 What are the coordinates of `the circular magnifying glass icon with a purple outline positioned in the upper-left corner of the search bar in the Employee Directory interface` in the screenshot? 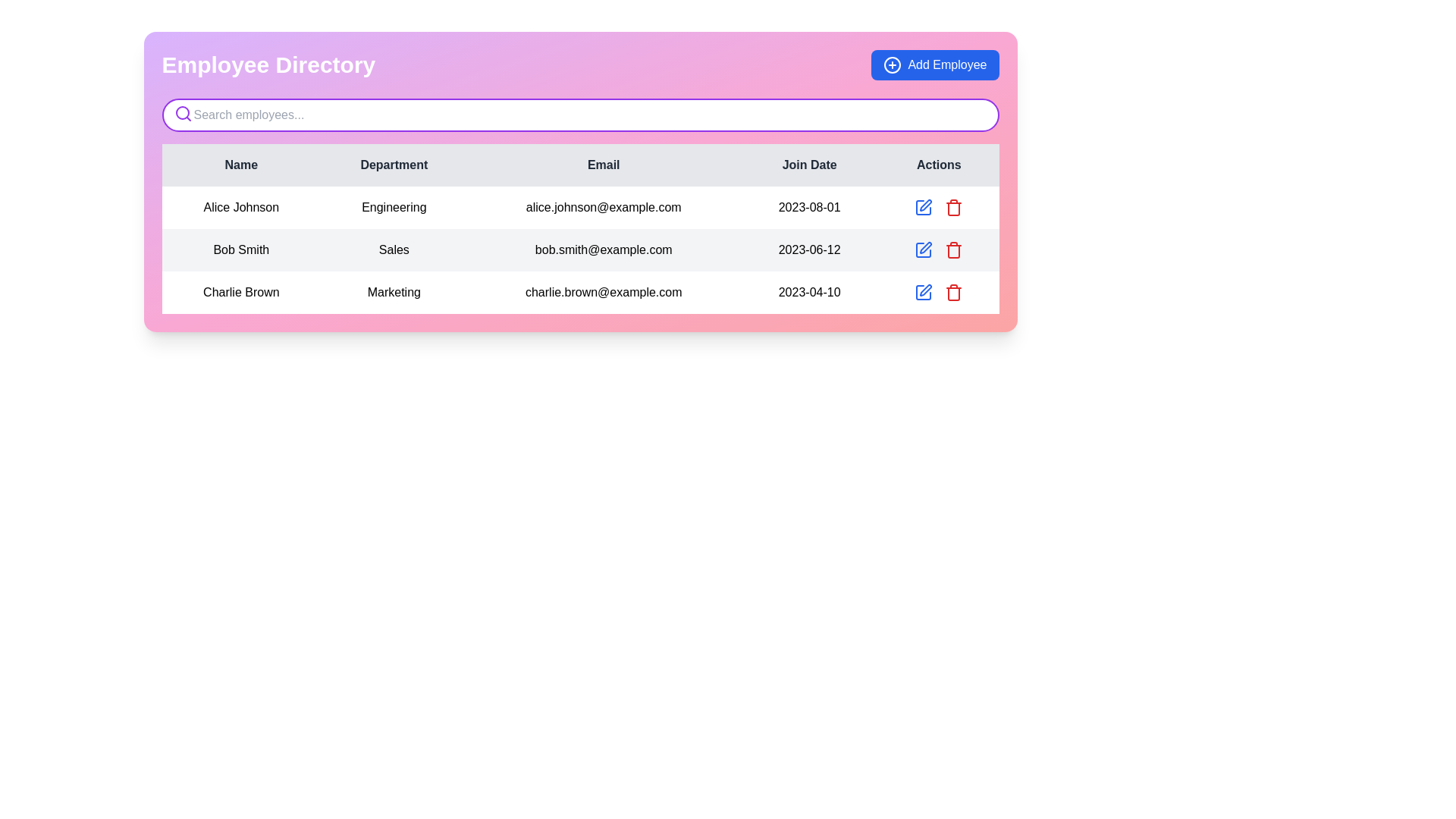 It's located at (182, 112).